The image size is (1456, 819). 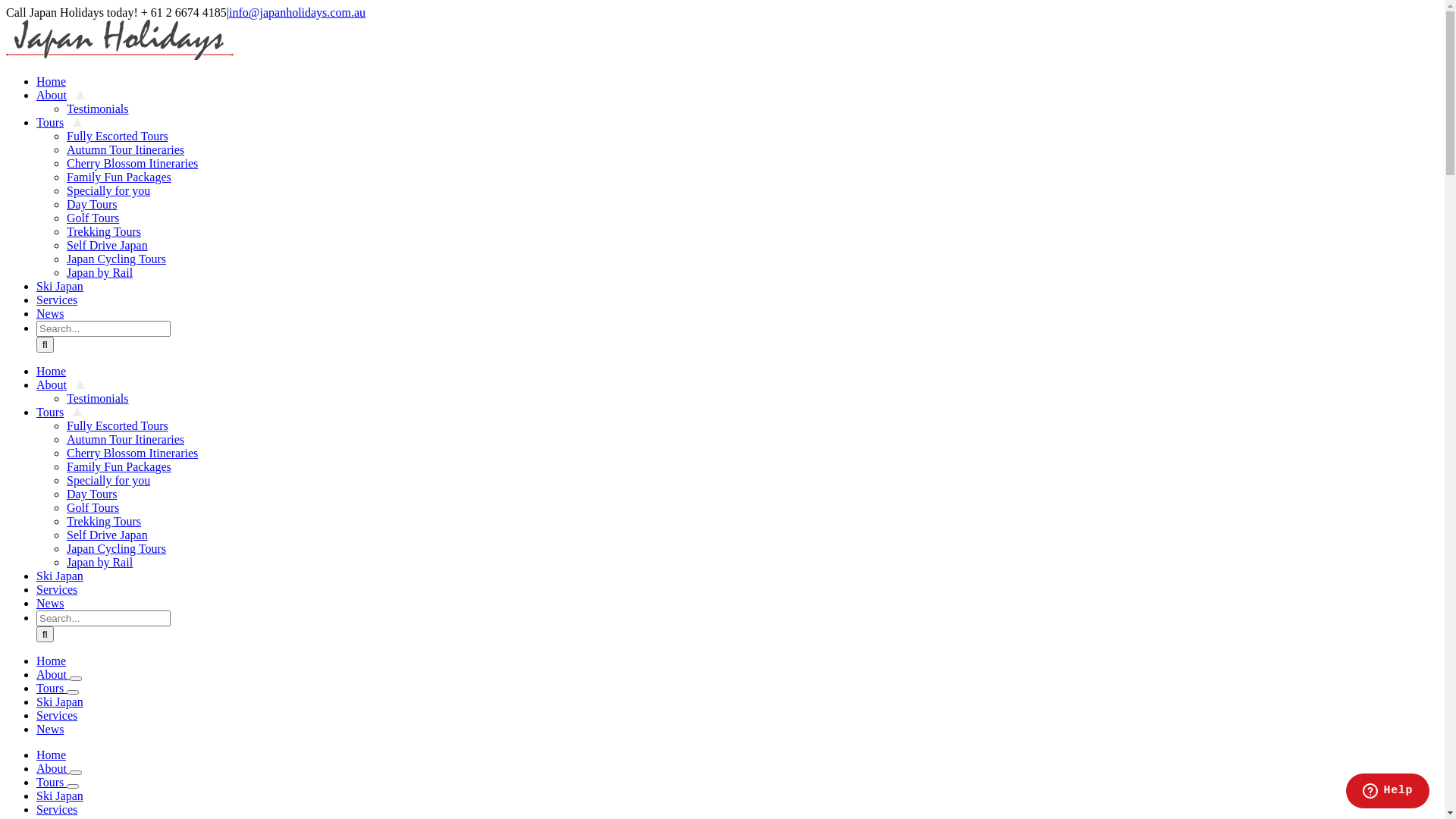 I want to click on 'Fully Escorted Tours', so click(x=116, y=425).